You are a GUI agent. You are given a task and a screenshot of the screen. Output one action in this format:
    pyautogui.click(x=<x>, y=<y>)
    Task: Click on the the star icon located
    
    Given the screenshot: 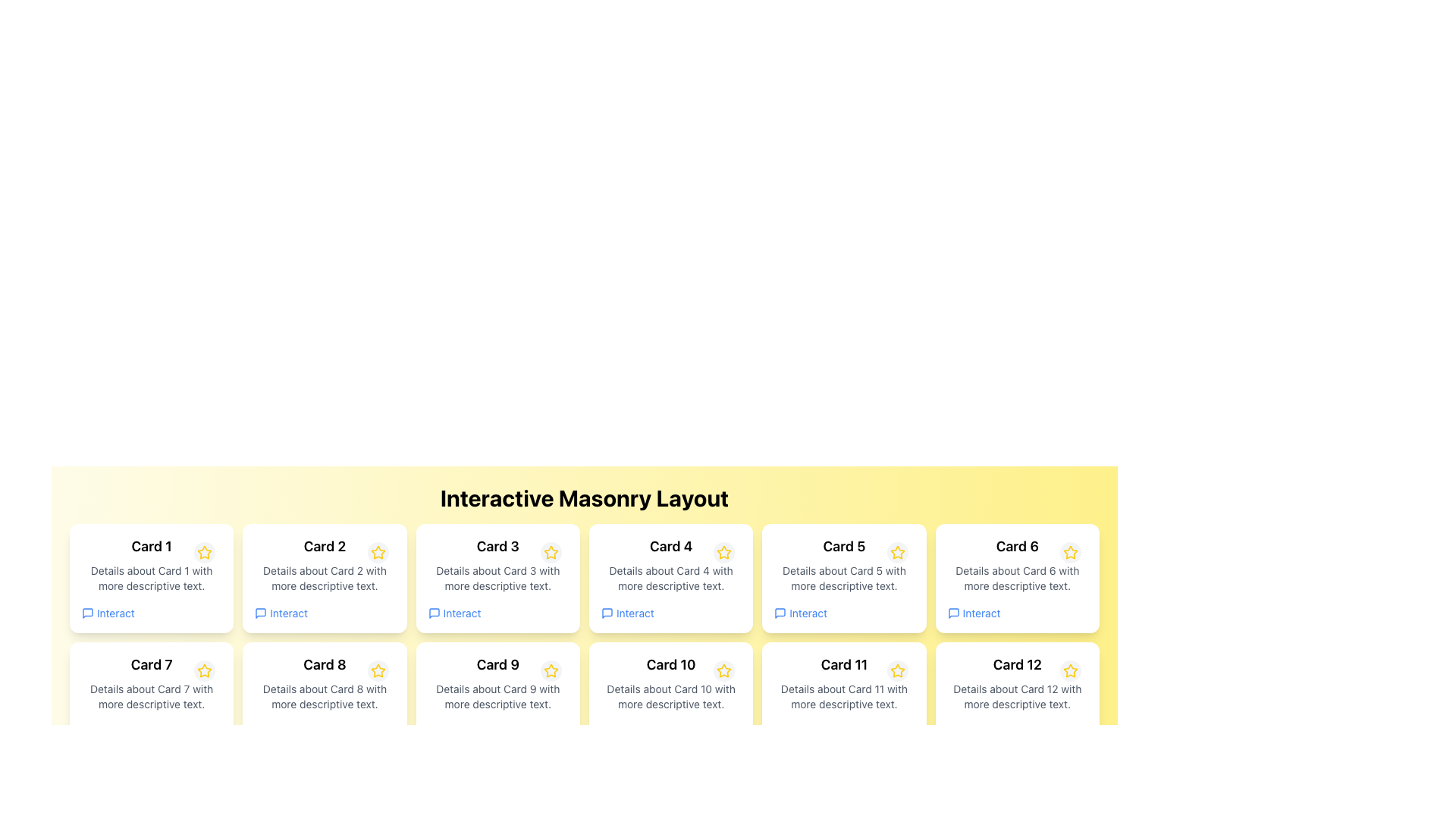 What is the action you would take?
    pyautogui.click(x=549, y=552)
    